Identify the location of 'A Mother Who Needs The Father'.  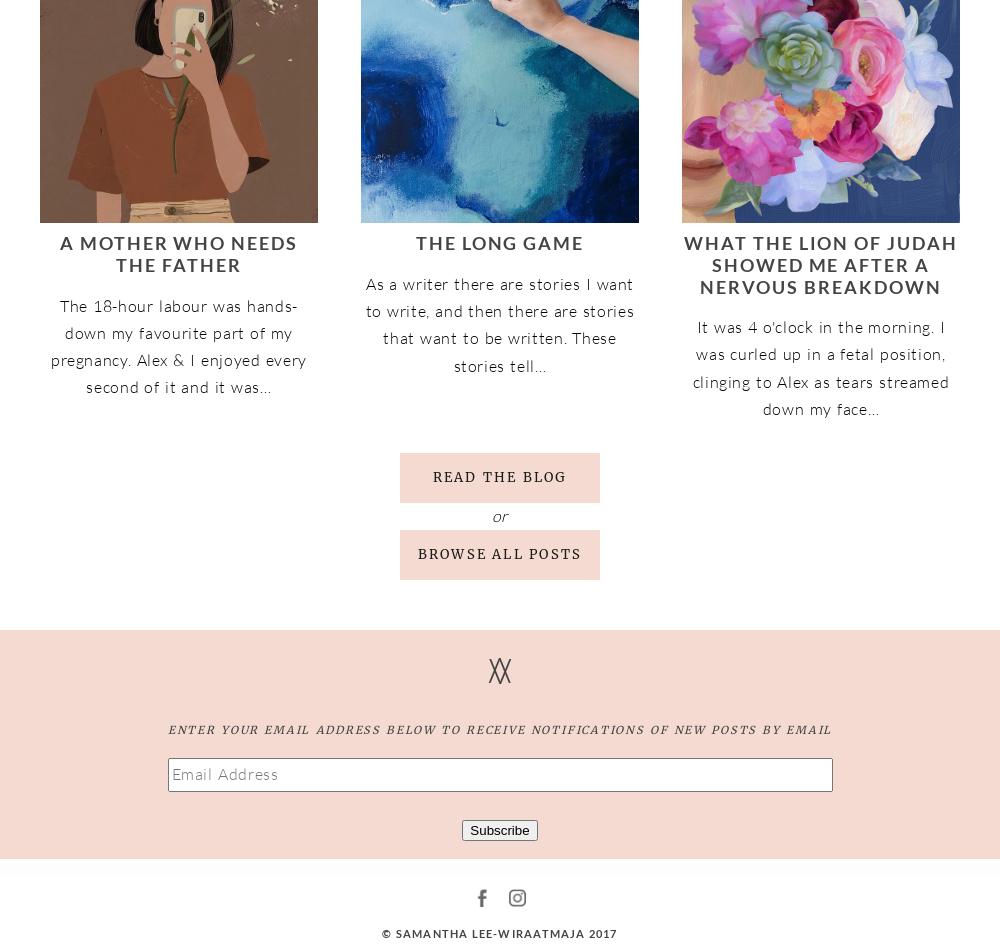
(59, 253).